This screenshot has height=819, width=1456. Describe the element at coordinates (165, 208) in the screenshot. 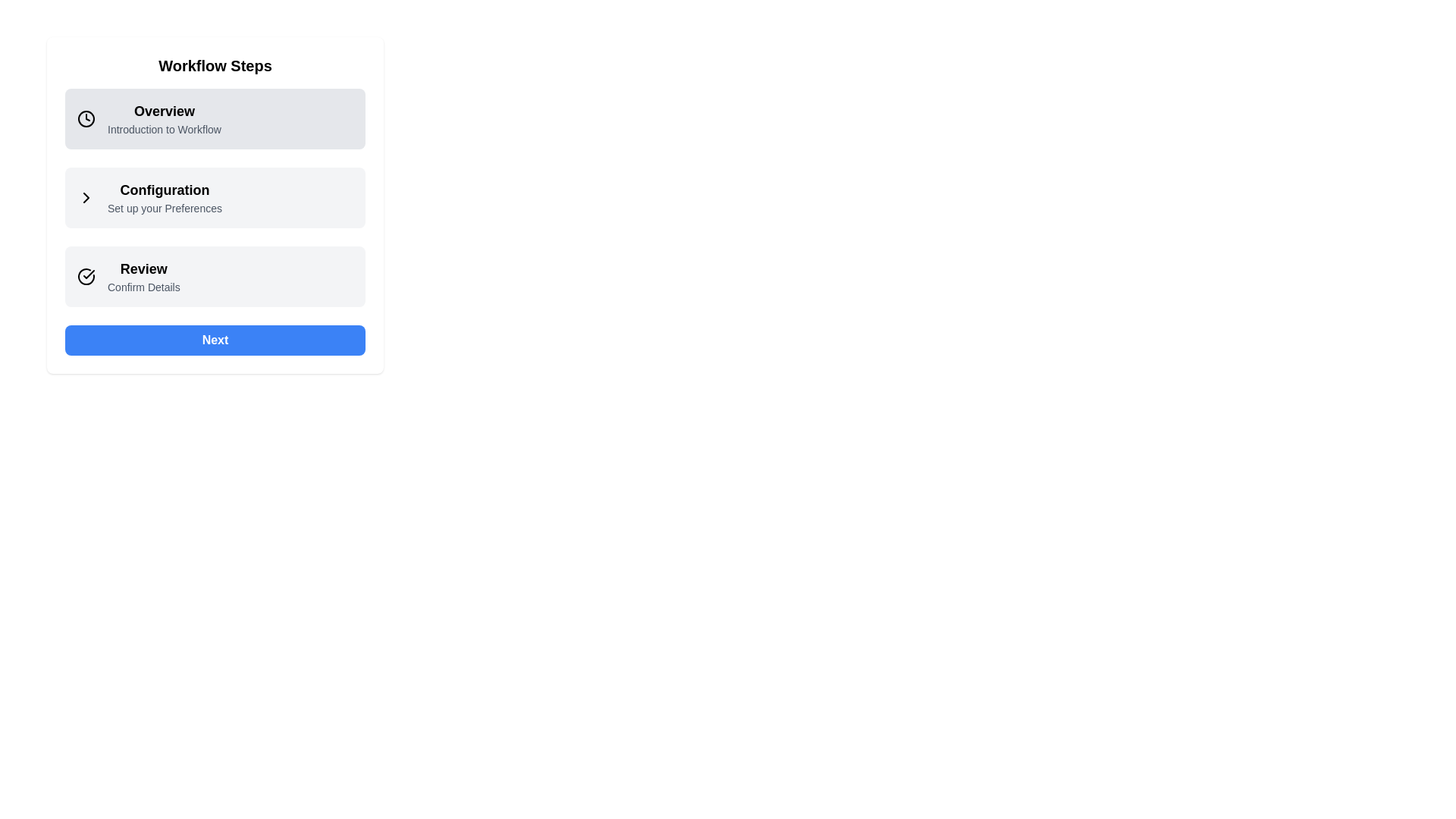

I see `the static text label providing guidance for the 'Configuration' step, which is positioned directly below the 'Configuration' title in the 'Workflow Steps' section` at that location.